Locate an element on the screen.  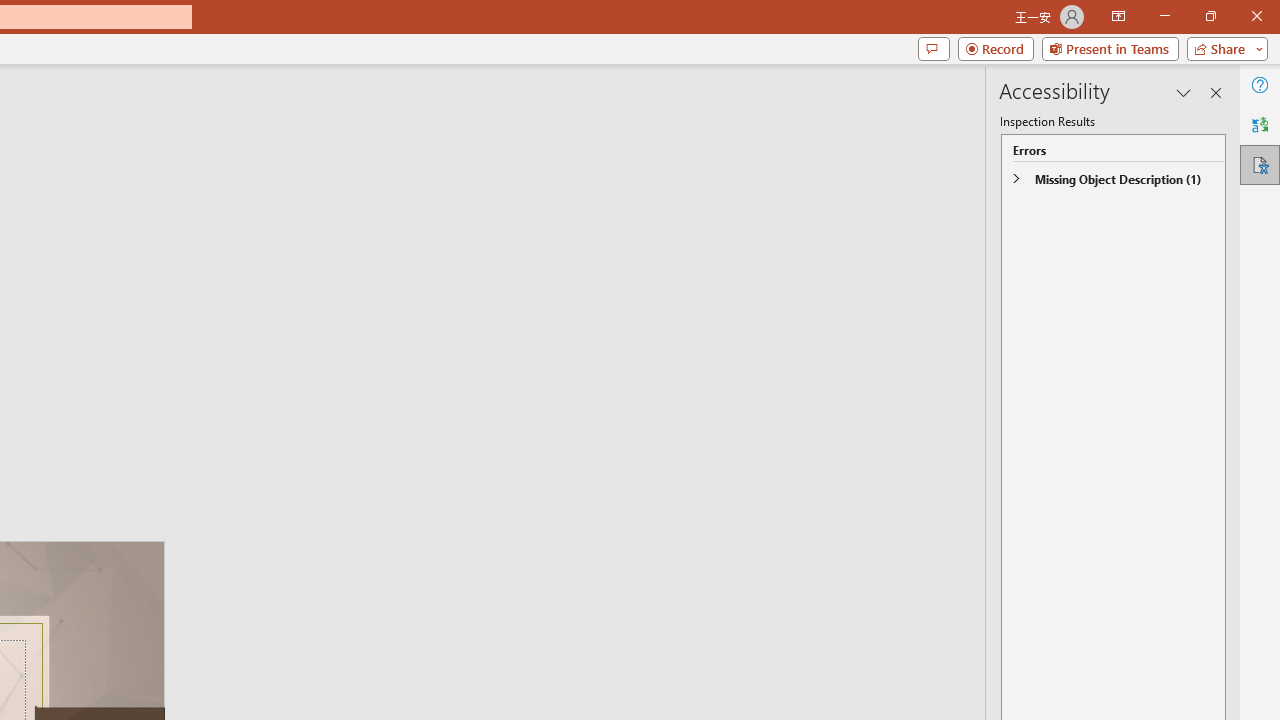
'Restore Down' is located at coordinates (1209, 16).